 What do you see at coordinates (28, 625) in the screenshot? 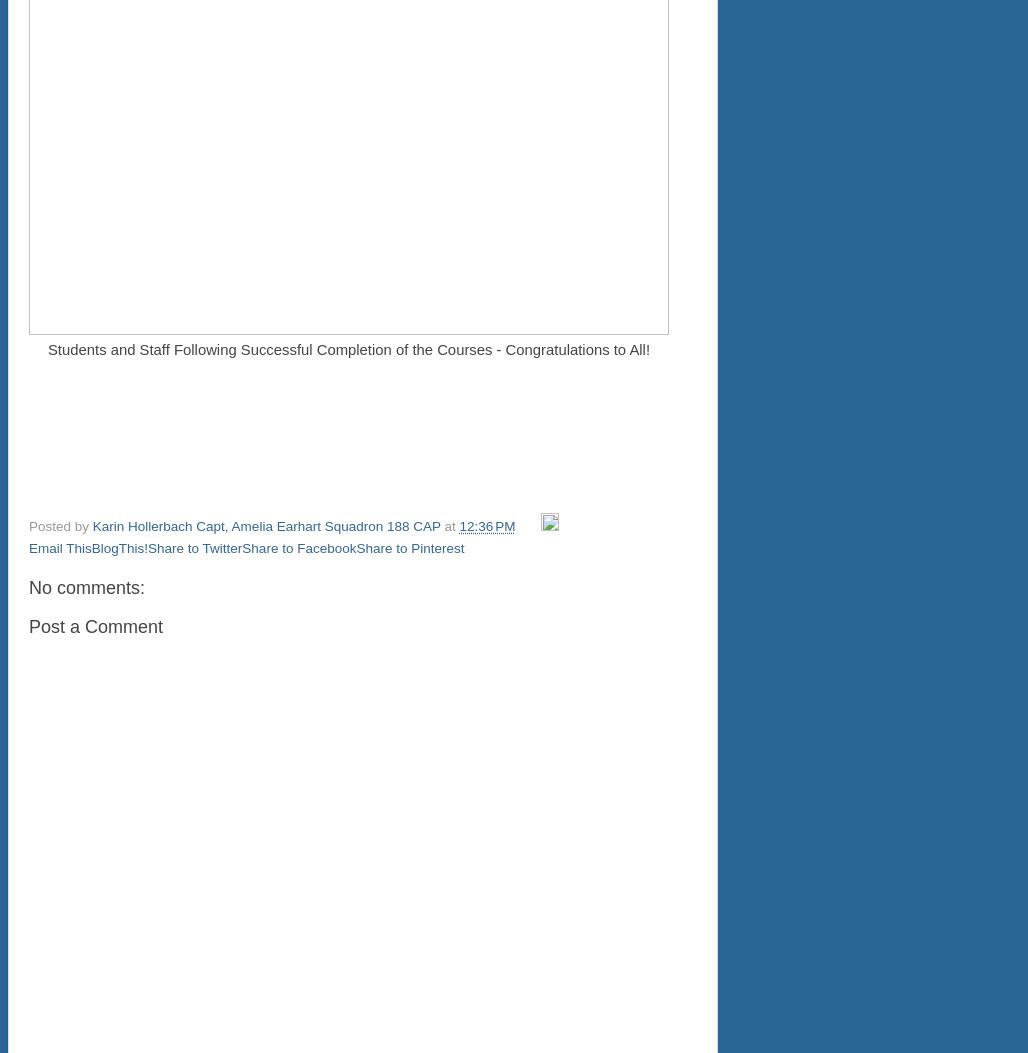
I see `'Post a Comment'` at bounding box center [28, 625].